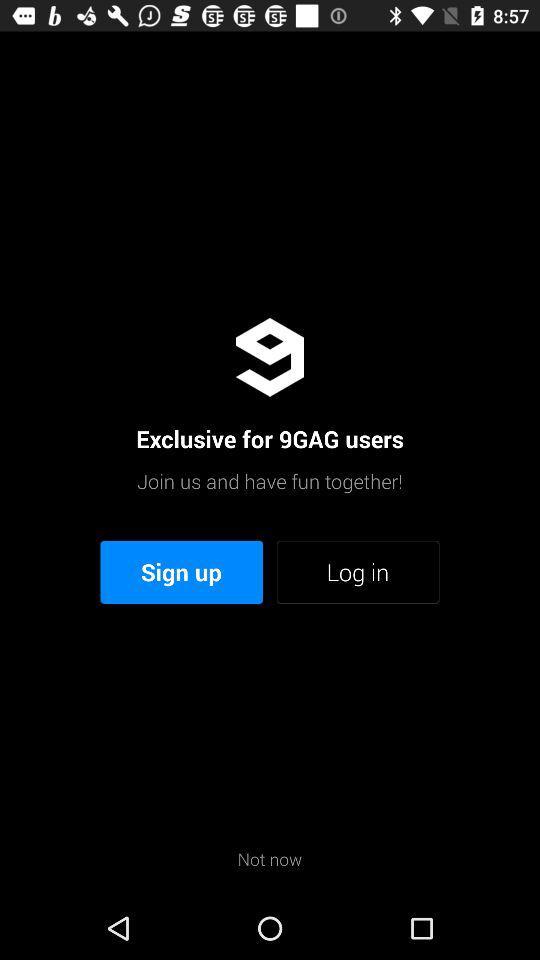  I want to click on icon to the right of sign up icon, so click(357, 572).